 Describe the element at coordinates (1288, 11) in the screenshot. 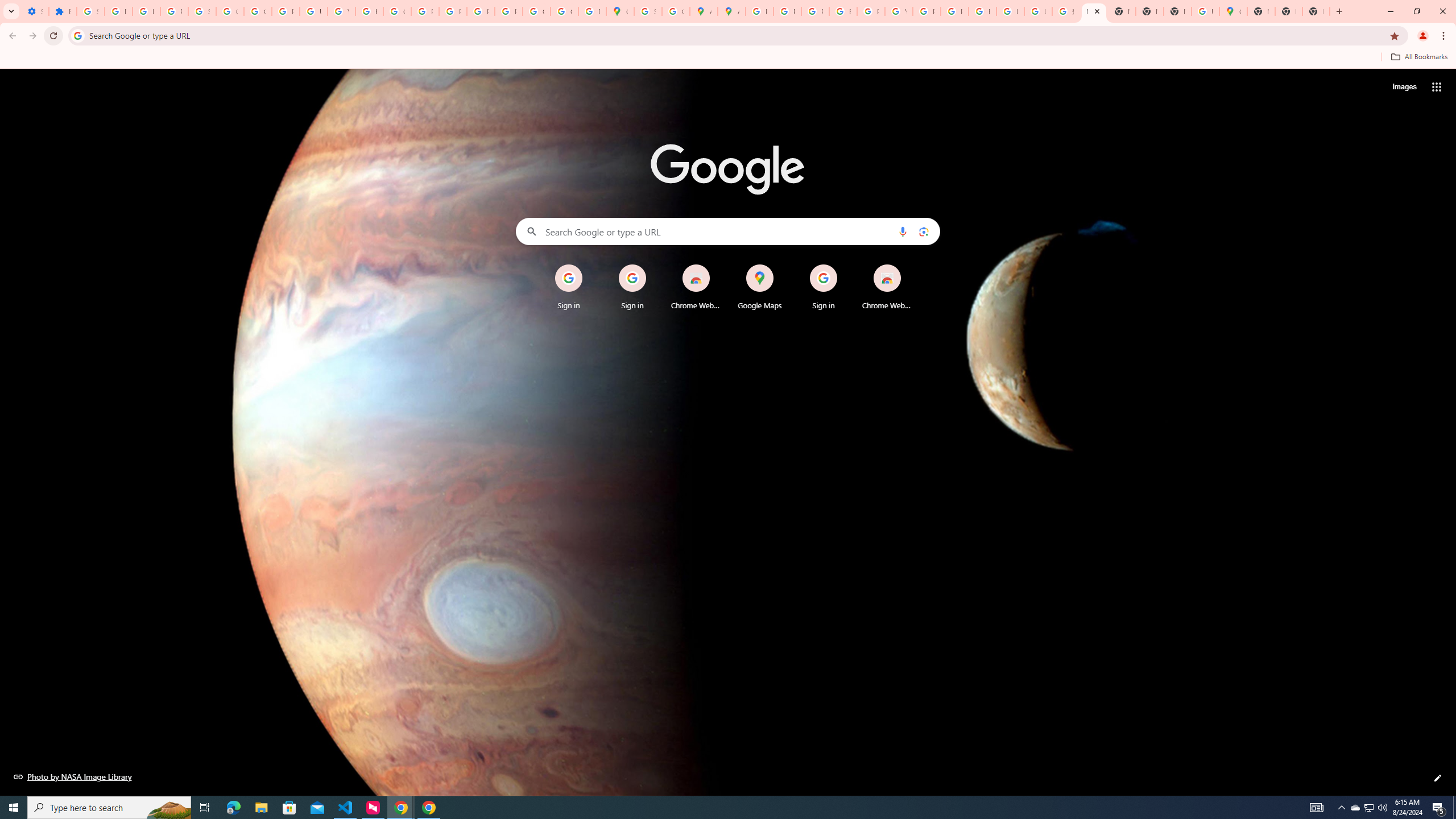

I see `'New Tab'` at that location.